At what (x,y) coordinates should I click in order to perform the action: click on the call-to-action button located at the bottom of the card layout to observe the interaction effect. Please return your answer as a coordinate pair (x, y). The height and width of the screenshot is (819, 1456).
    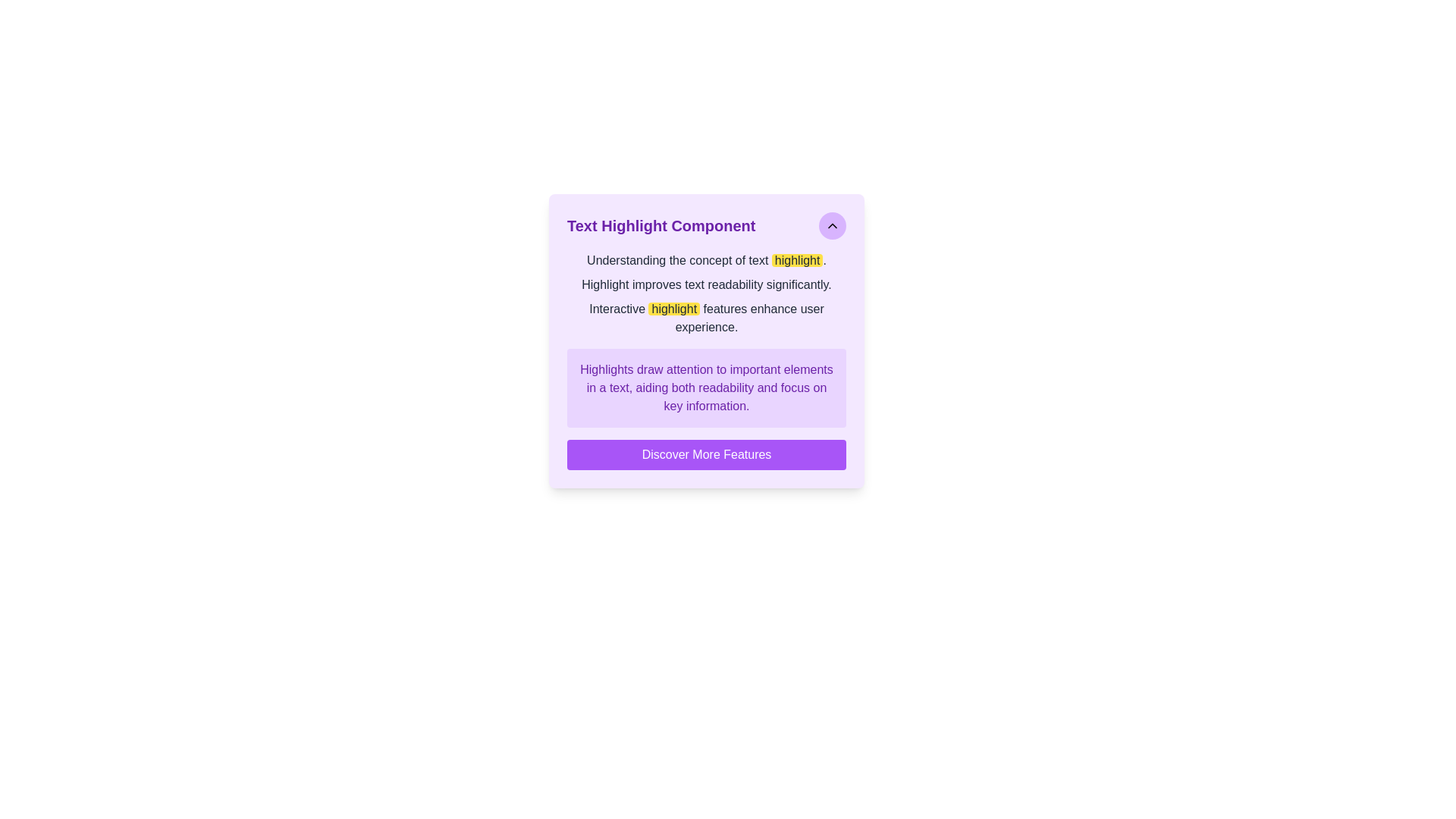
    Looking at the image, I should click on (705, 454).